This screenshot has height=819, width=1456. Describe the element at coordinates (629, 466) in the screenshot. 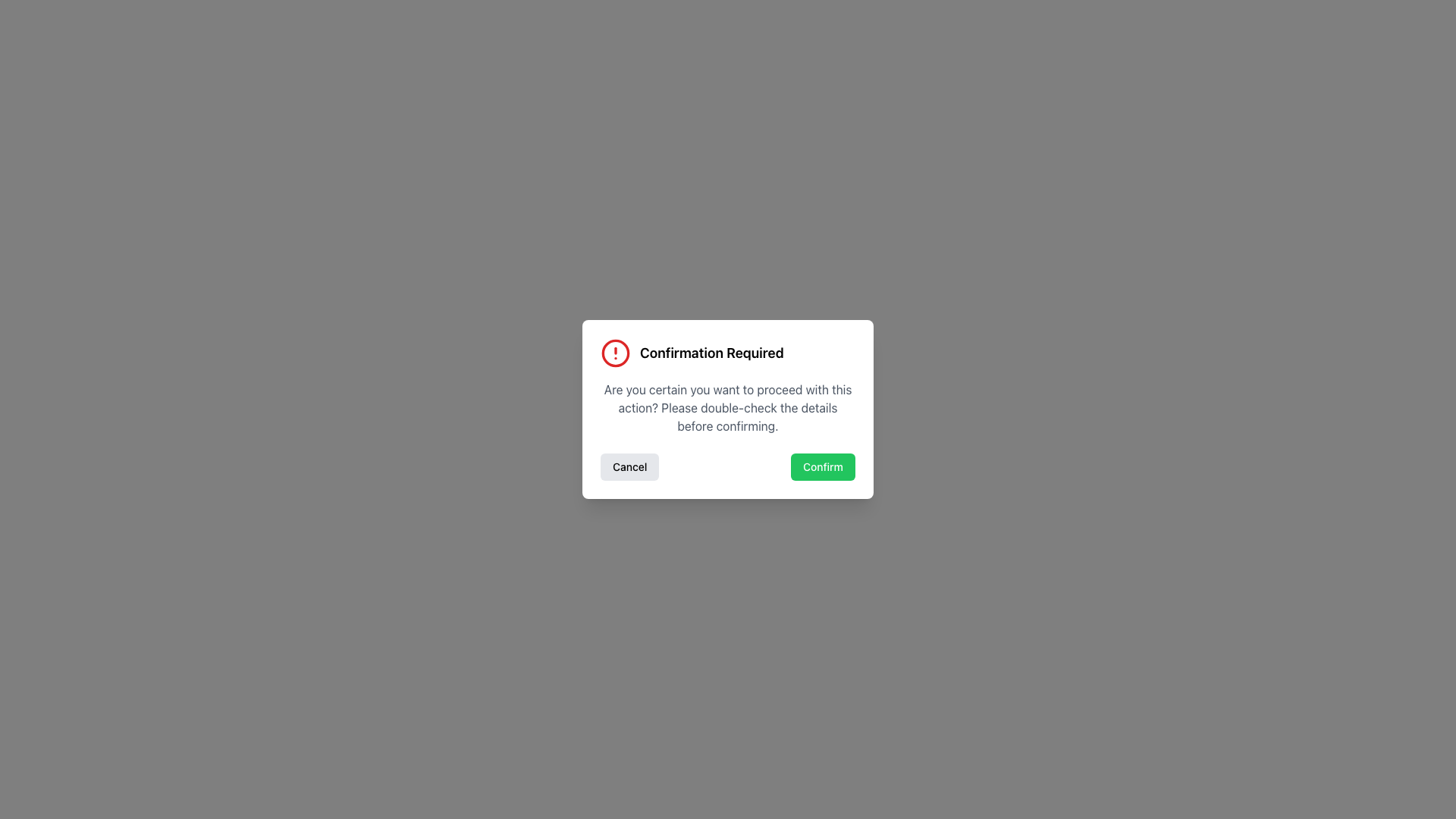

I see `the cancel button located in the bottom-left portion of the dialog box` at that location.